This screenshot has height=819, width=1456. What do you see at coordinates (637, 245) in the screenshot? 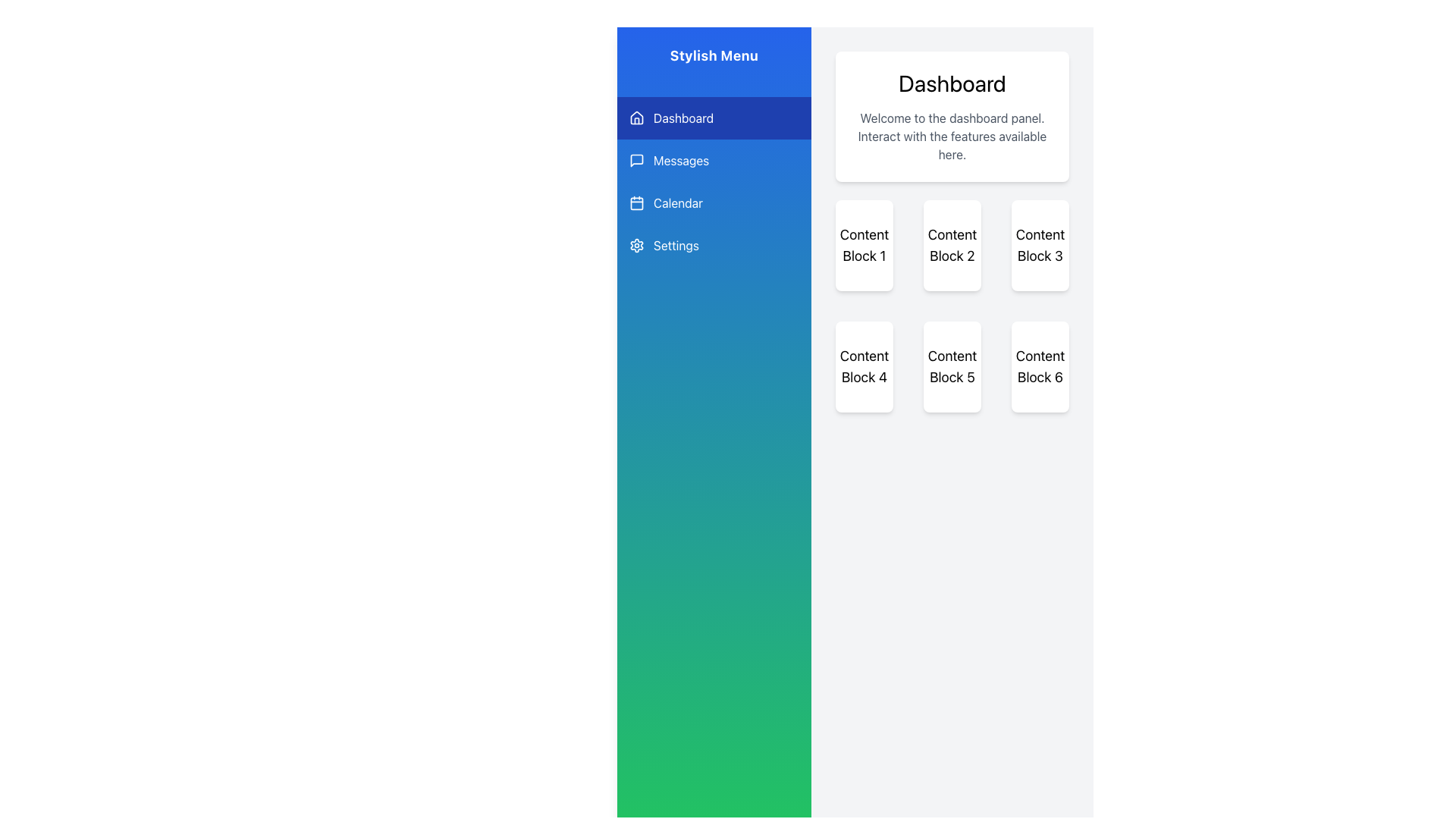
I see `the small settings icon featuring a gear-like shape with a blue background and white outlines, which is located to the left of the 'Settings' text in the fourth item of the vertical menu in the left sidebar` at bounding box center [637, 245].